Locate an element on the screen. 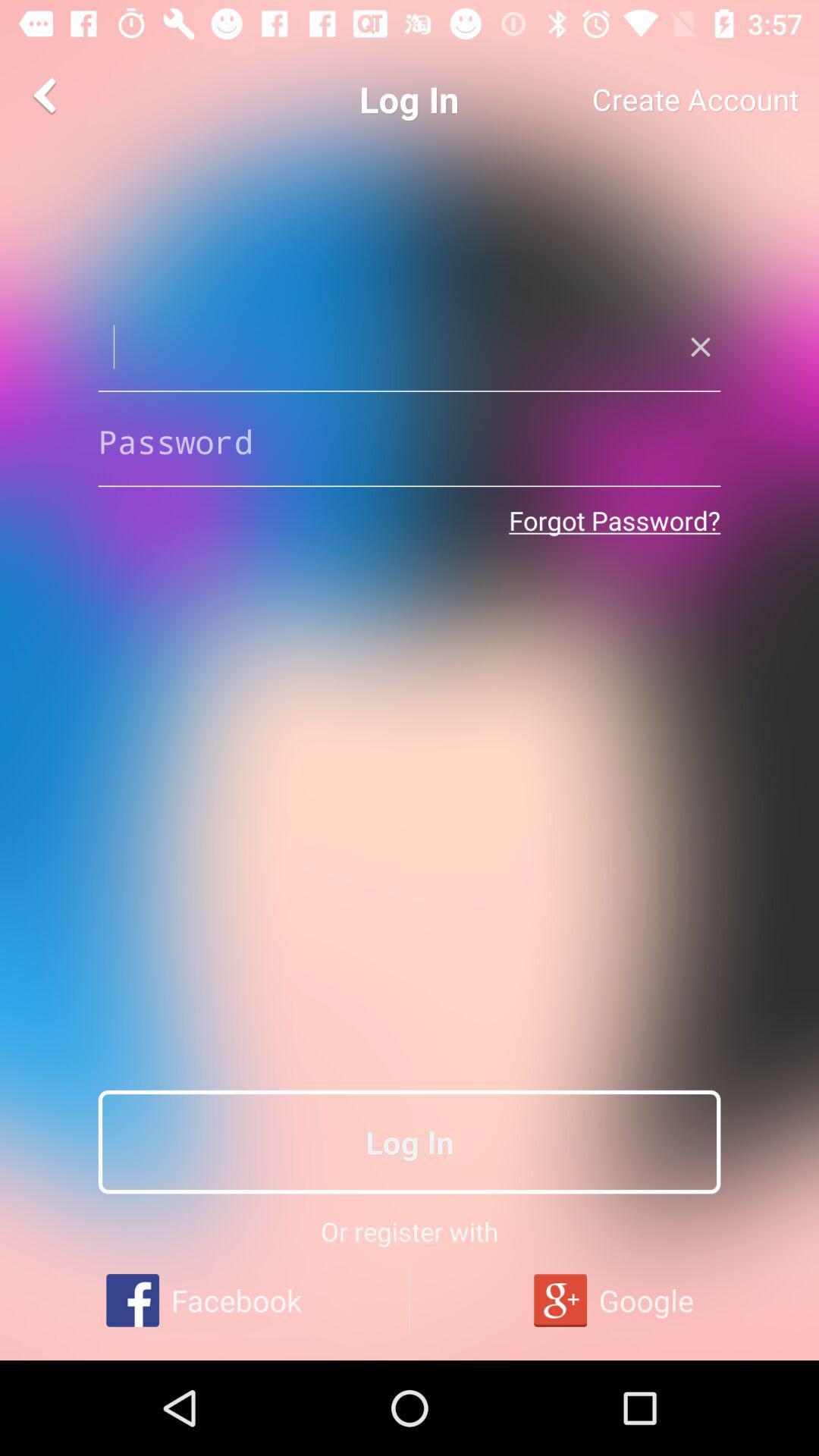  the arrow_backward icon is located at coordinates (46, 94).